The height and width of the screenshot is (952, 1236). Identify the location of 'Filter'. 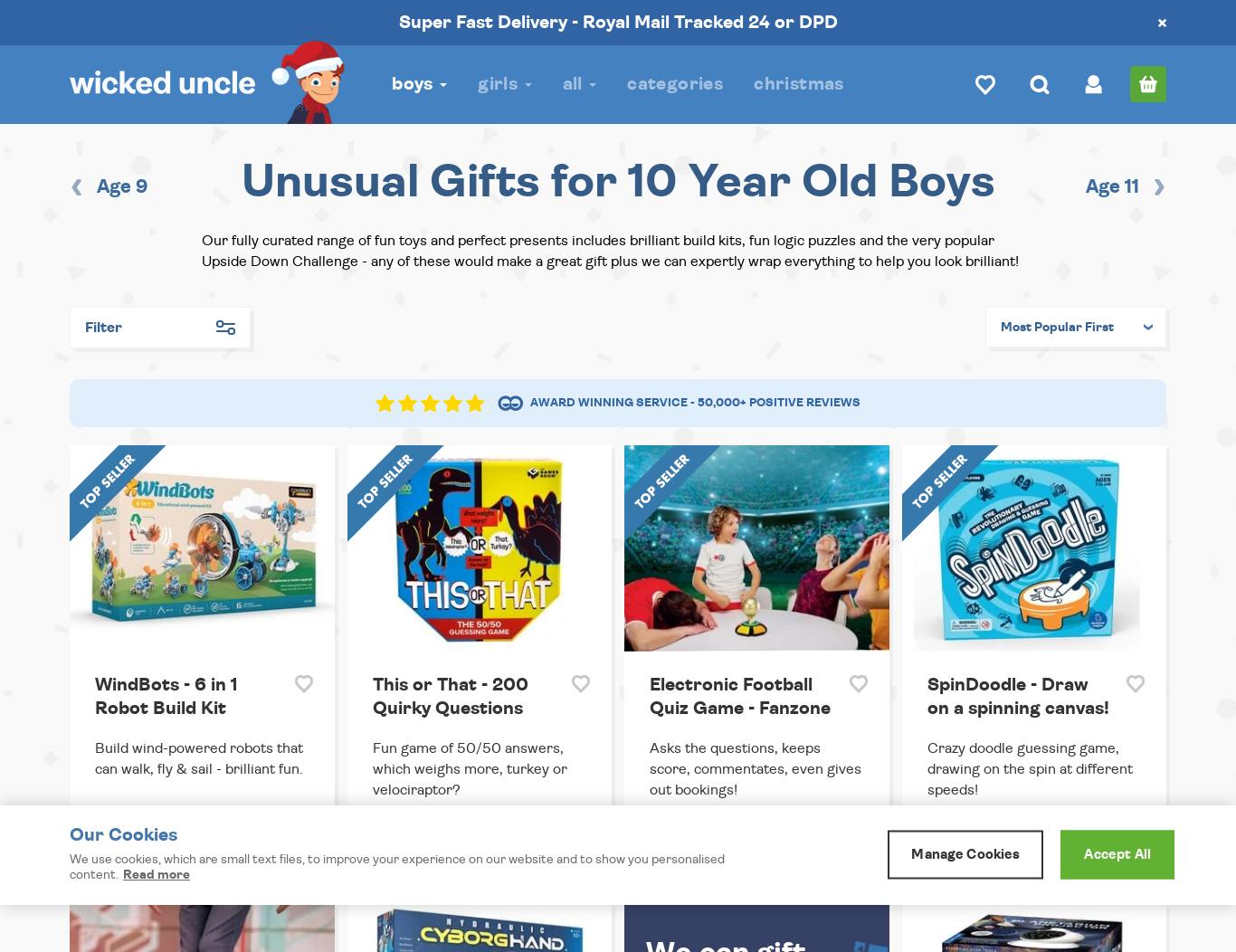
(103, 327).